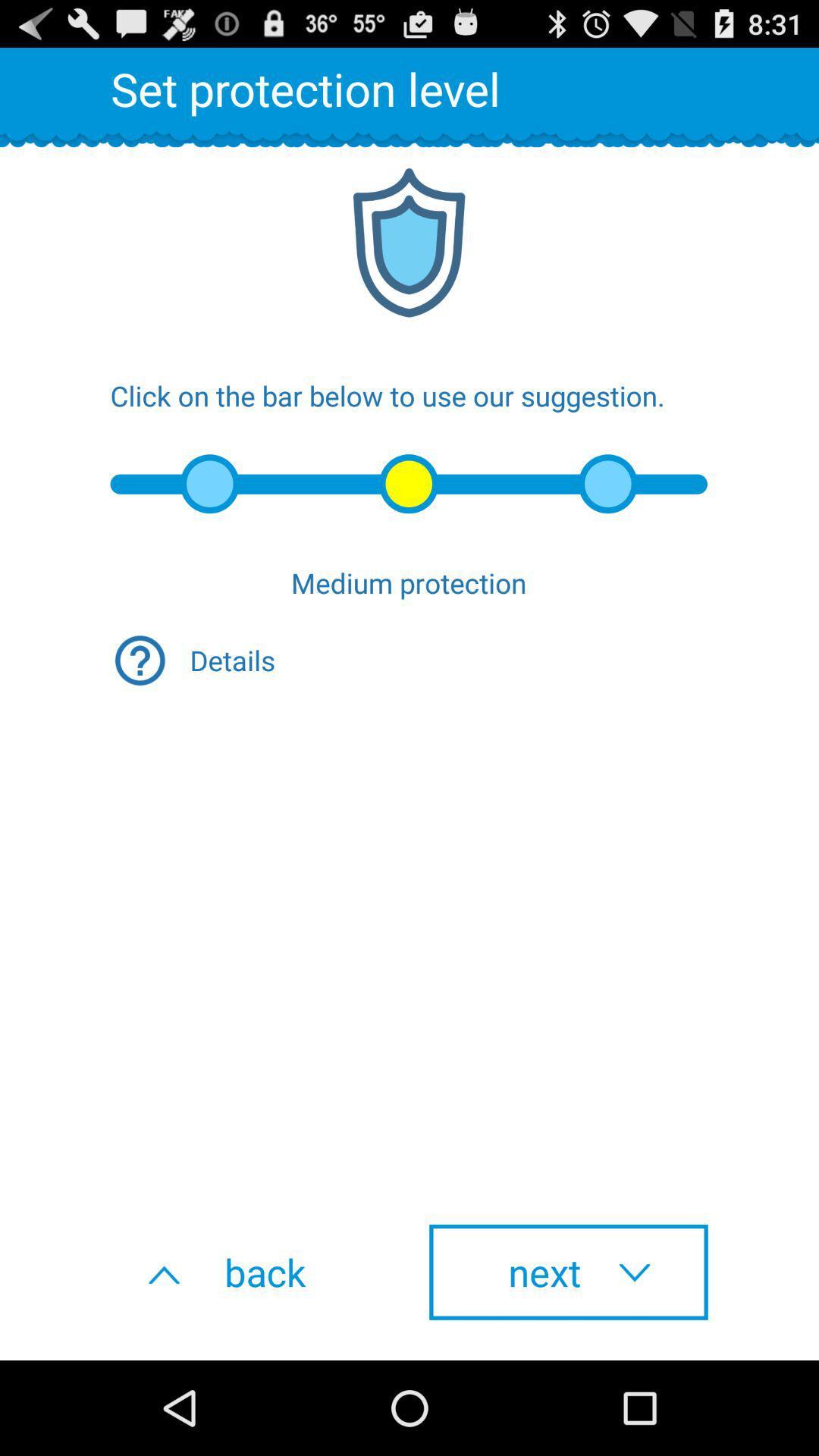 This screenshot has height=1456, width=819. Describe the element at coordinates (568, 1272) in the screenshot. I see `the button to the right of the back` at that location.